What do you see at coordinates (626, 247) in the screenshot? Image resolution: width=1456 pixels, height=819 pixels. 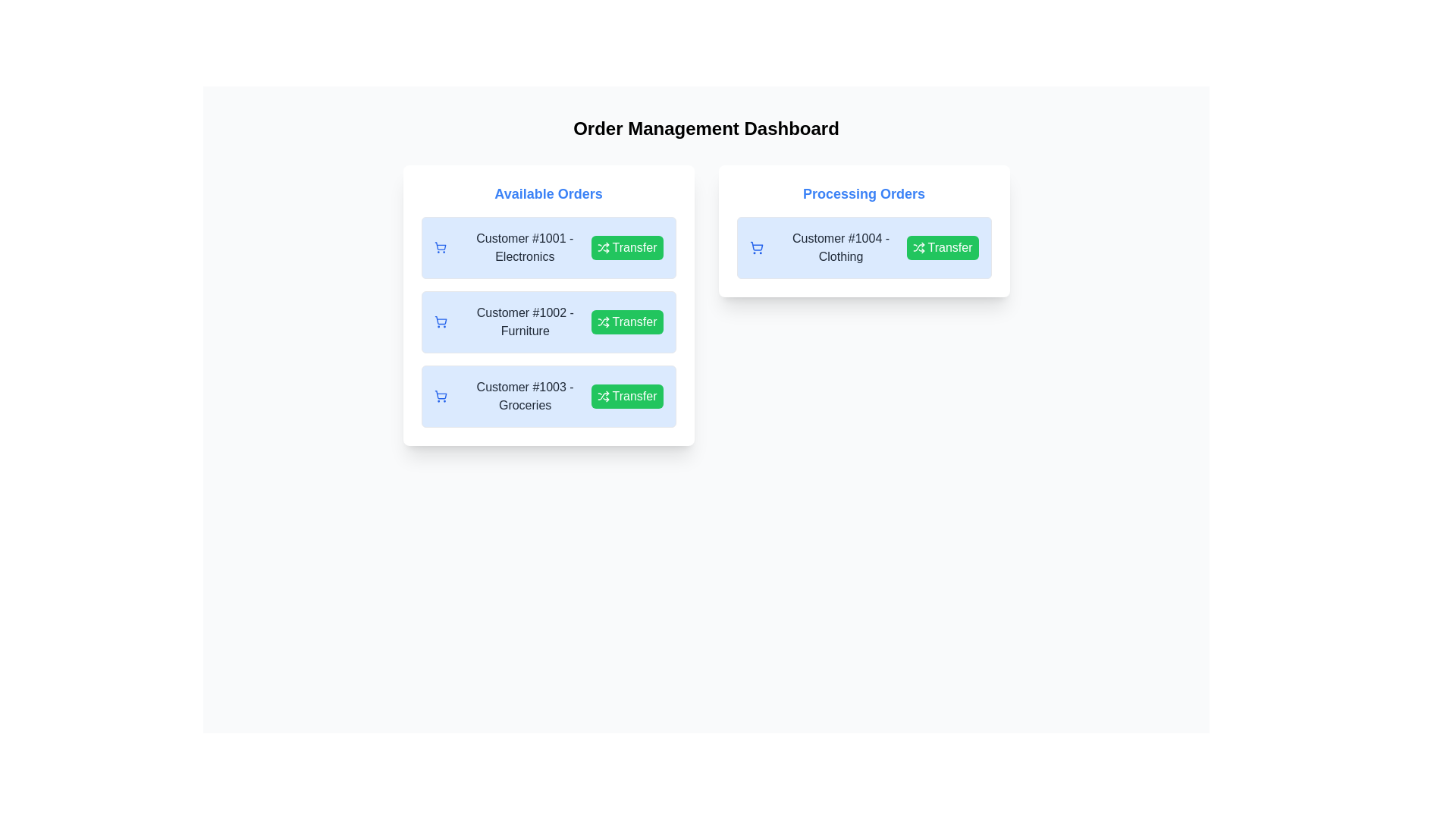 I see `the green 'Transfer' button with rounded corners and white text, which is located in the 'Customer #1001 - Electronics' section of the 'Available Orders' group` at bounding box center [626, 247].